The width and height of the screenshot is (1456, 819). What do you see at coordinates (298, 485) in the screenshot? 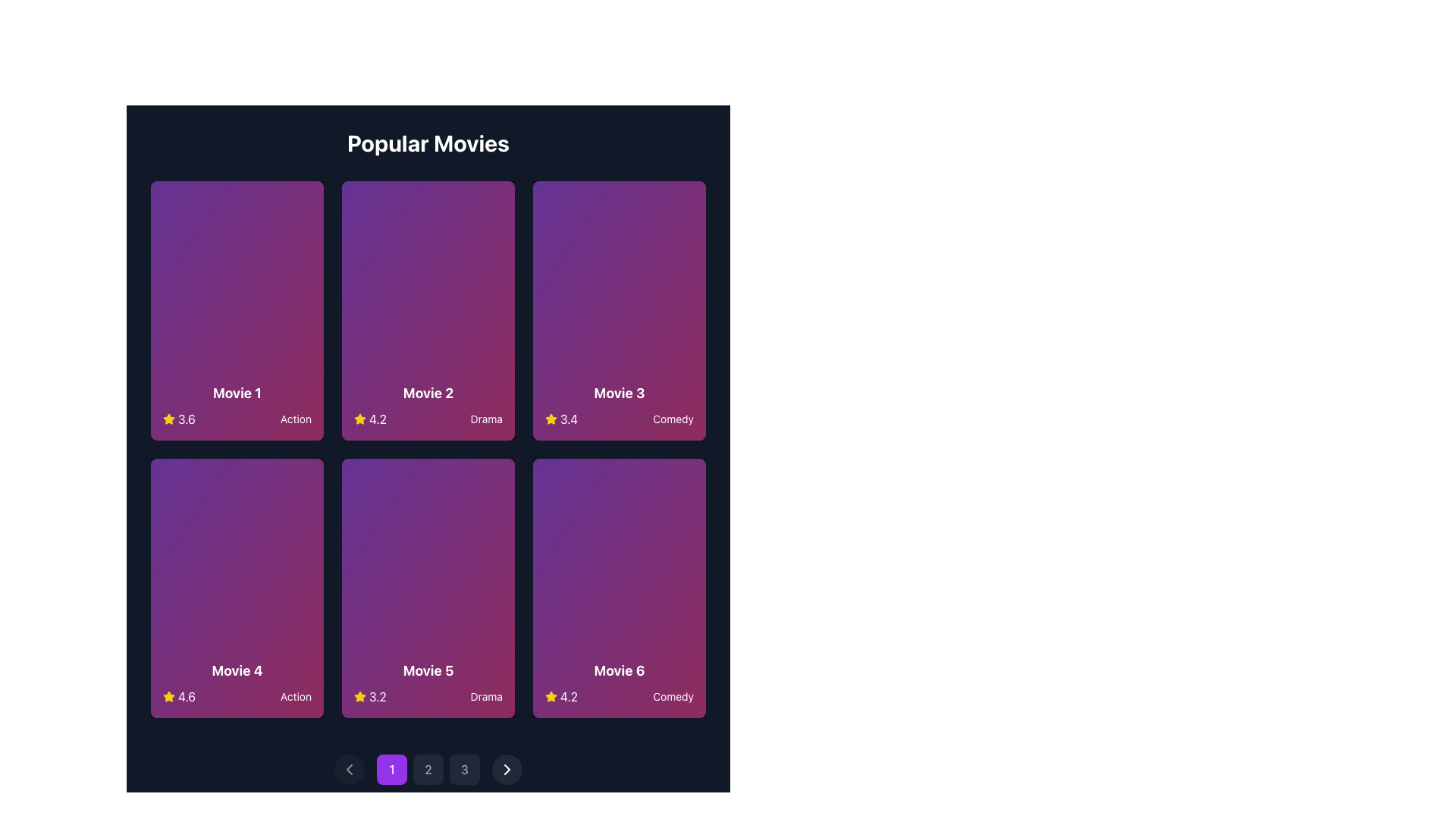
I see `the like button in the upper-right corner of the 'Movie 4' card` at bounding box center [298, 485].